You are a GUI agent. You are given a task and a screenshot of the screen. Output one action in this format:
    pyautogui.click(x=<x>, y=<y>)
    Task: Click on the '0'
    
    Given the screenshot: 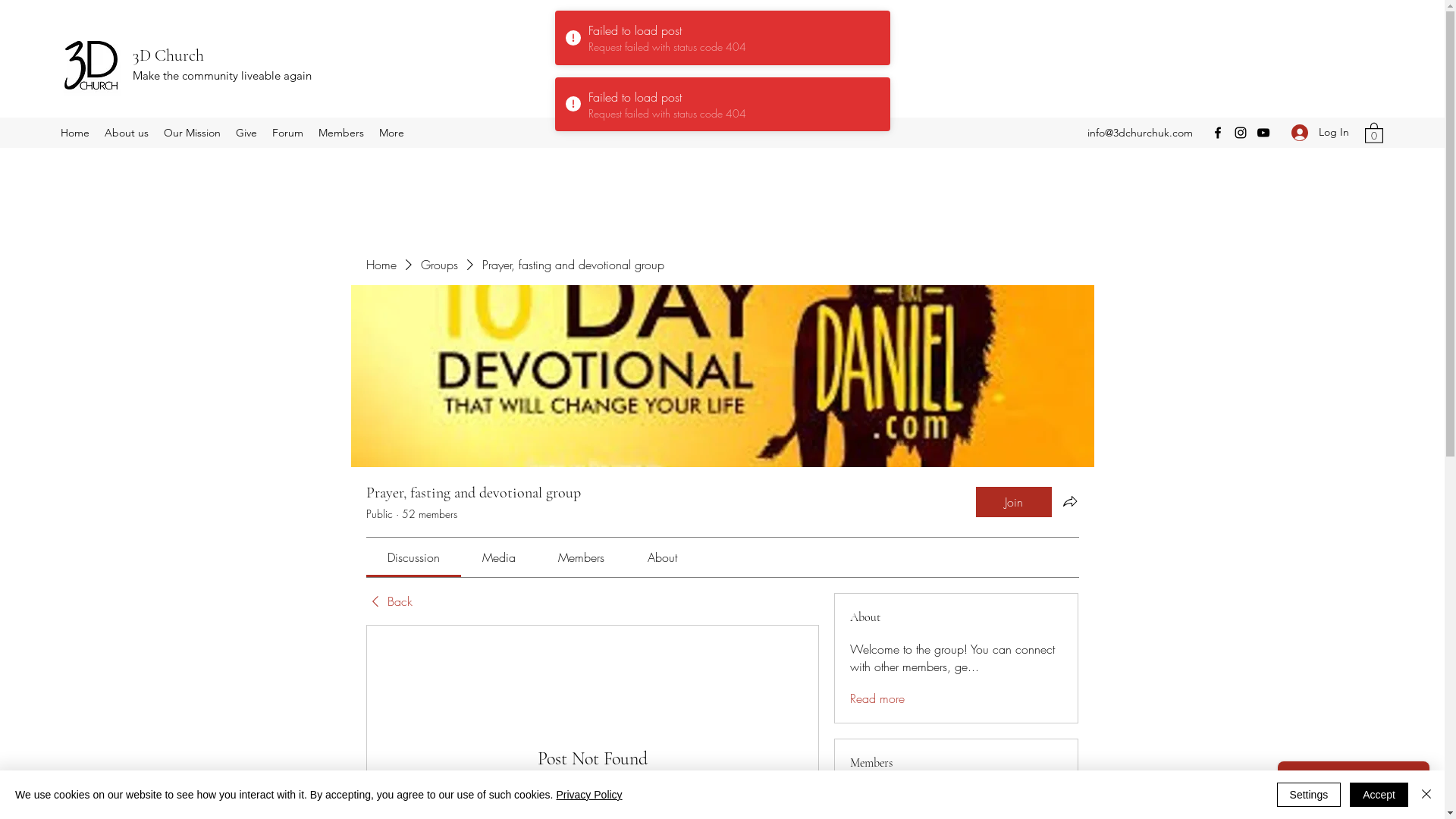 What is the action you would take?
    pyautogui.click(x=1373, y=131)
    